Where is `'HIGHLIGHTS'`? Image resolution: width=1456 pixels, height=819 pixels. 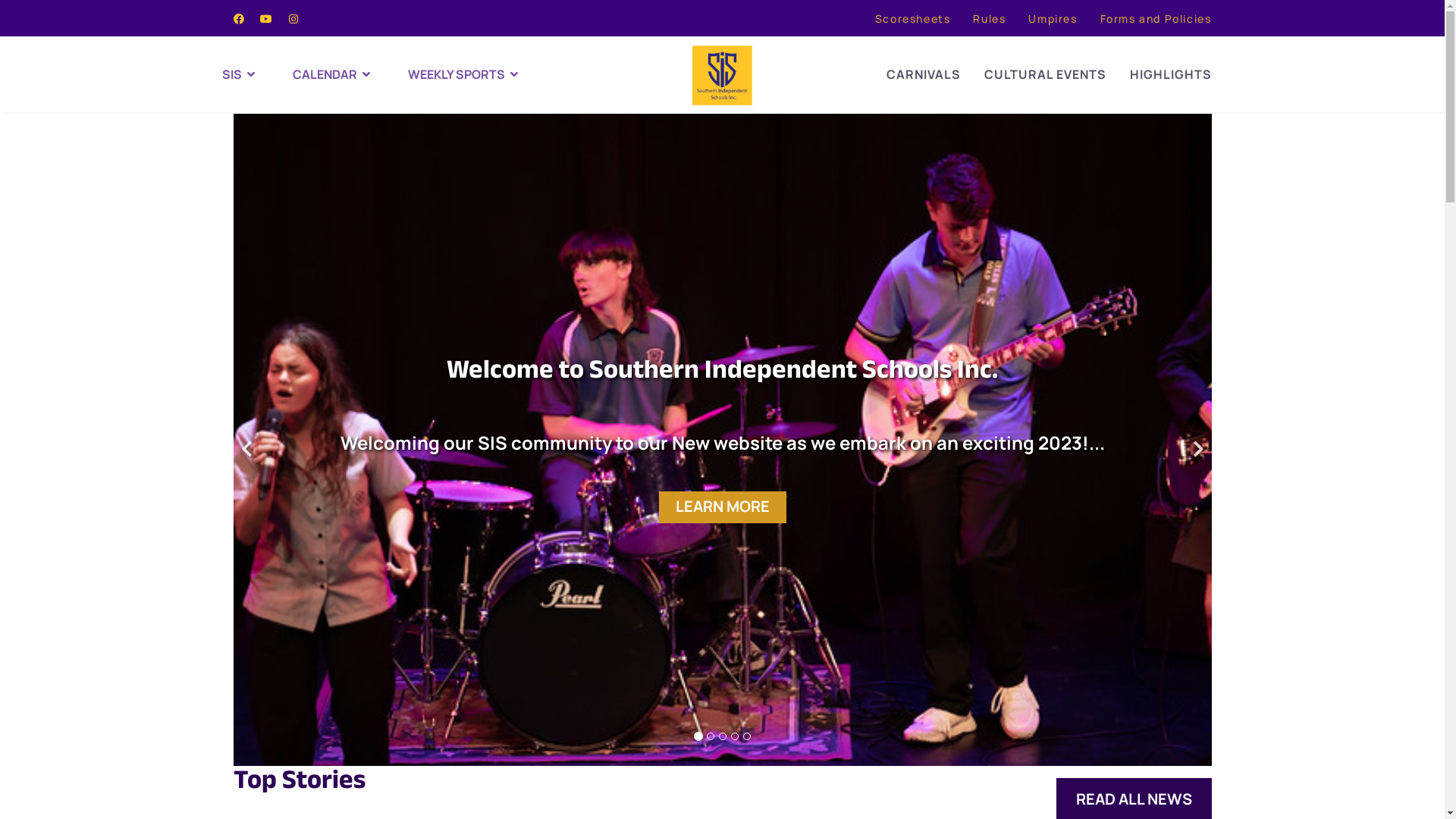
'HIGHLIGHTS' is located at coordinates (1170, 74).